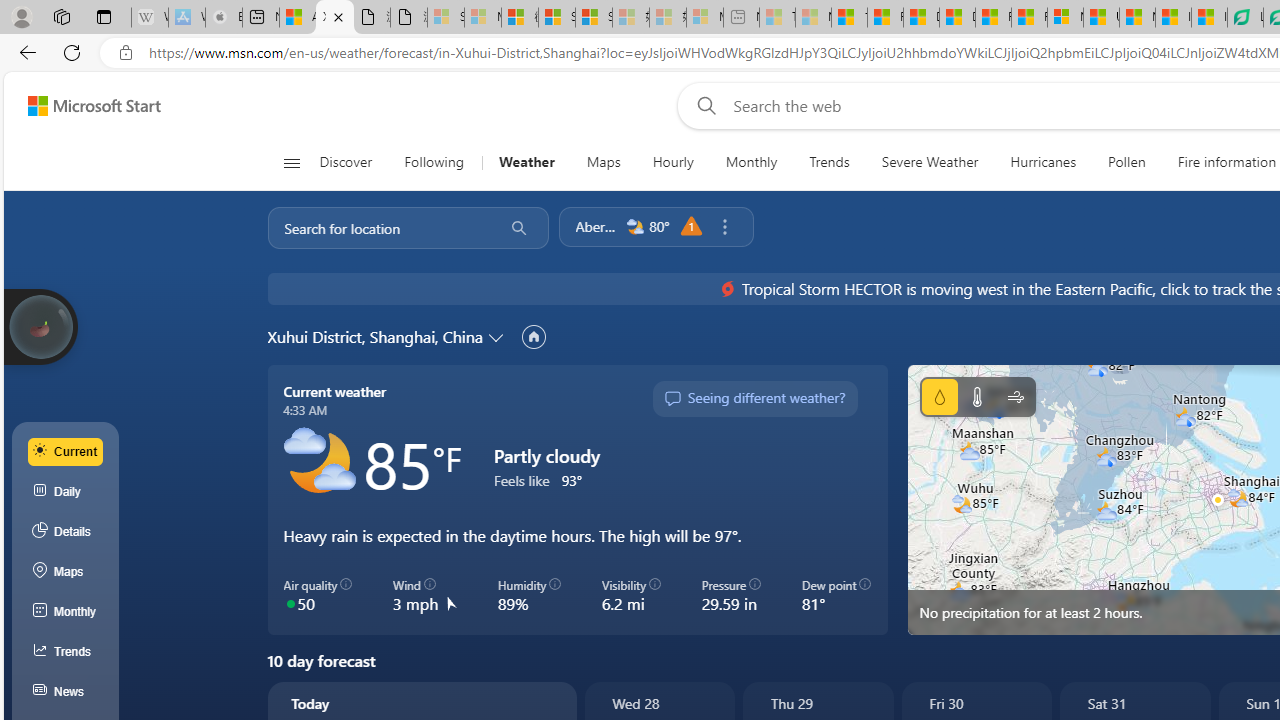 The image size is (1280, 720). I want to click on 'Wind 3 mph', so click(423, 594).